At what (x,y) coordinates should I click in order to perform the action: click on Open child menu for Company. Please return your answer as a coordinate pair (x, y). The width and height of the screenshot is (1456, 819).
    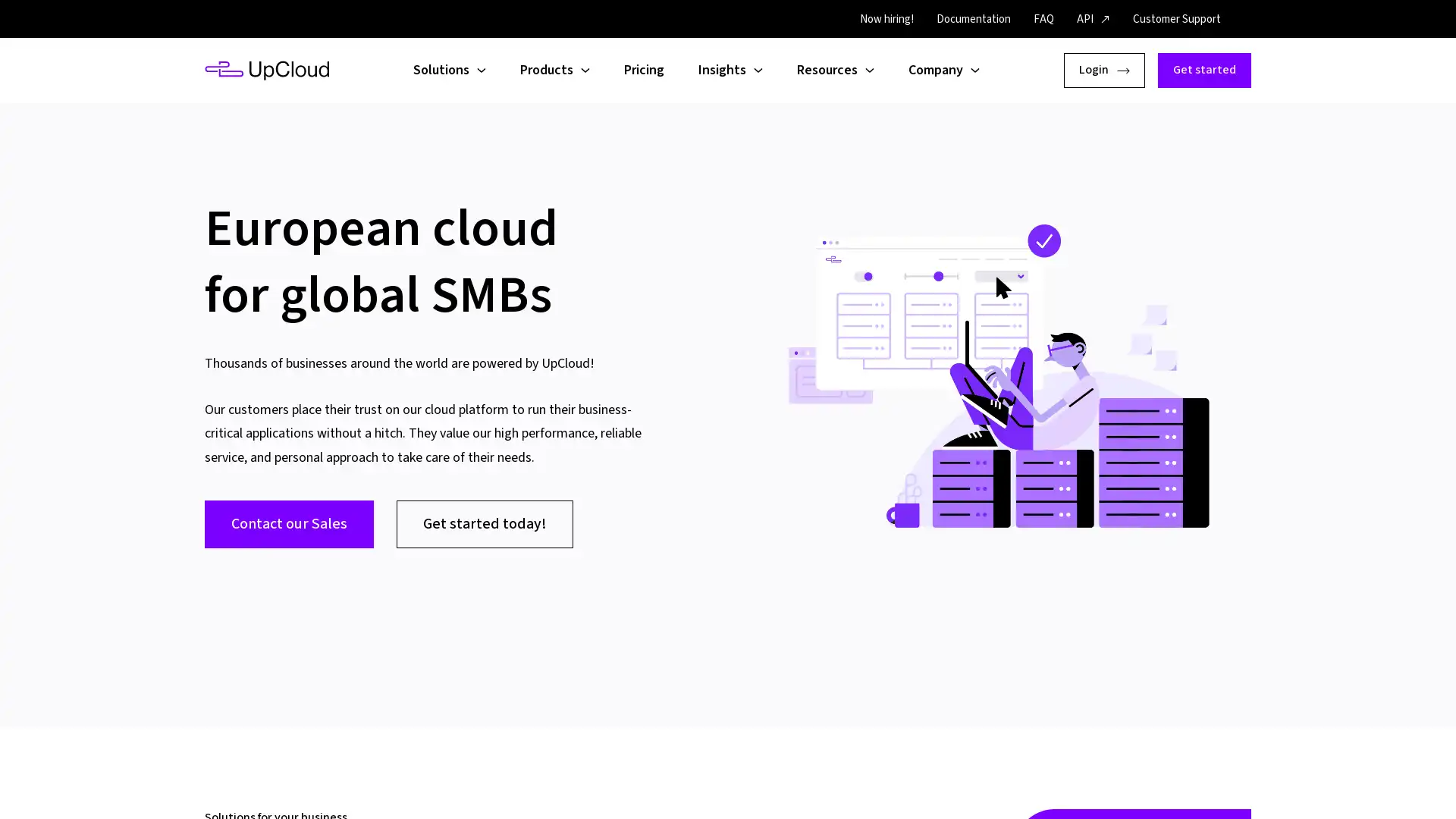
    Looking at the image, I should click on (975, 70).